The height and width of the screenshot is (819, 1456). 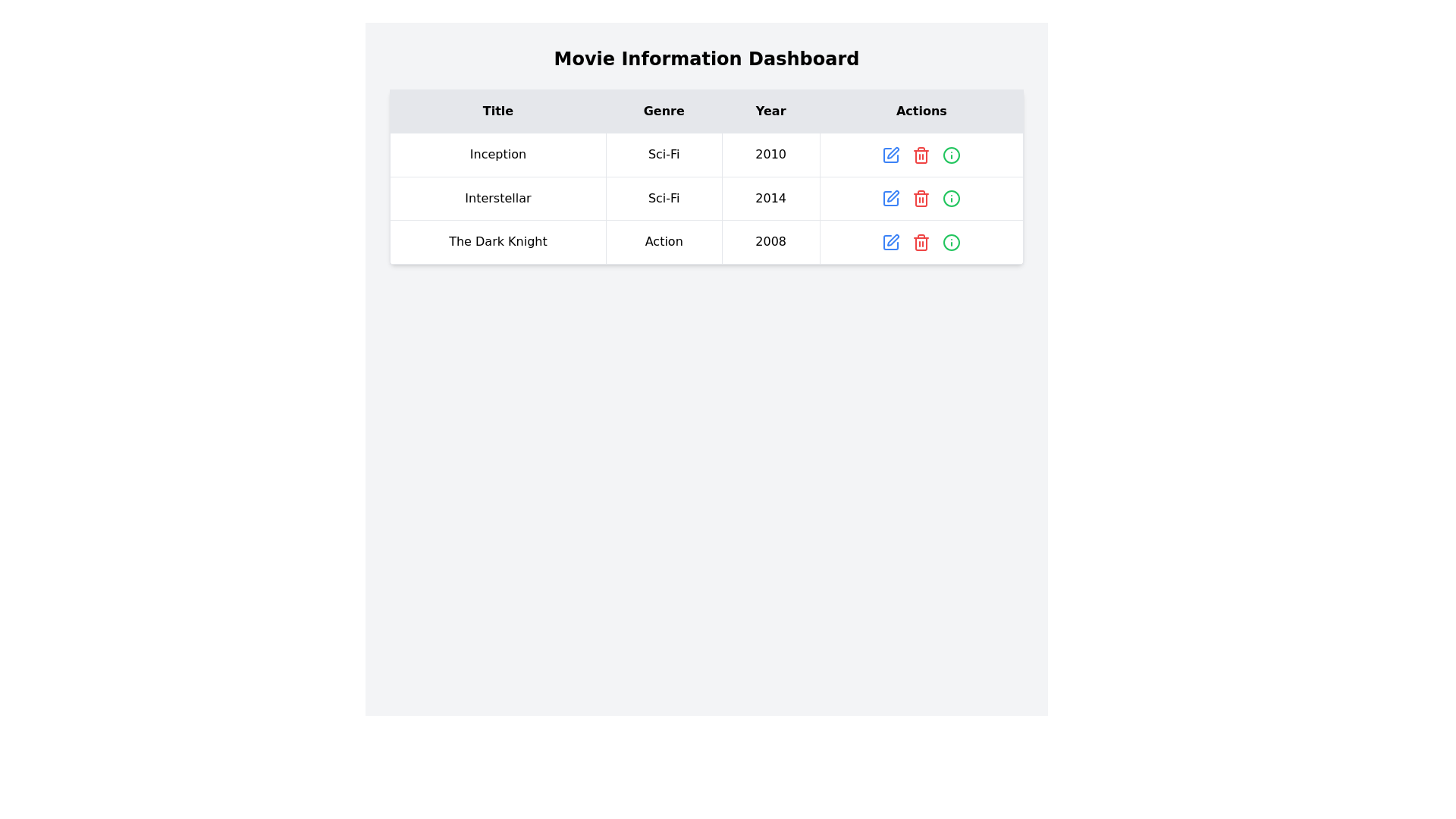 I want to click on the small circular icon button with an outlined border and an 'i' symbol, which is located in the 'Actions' column of the third row of the movie information table, so click(x=951, y=241).